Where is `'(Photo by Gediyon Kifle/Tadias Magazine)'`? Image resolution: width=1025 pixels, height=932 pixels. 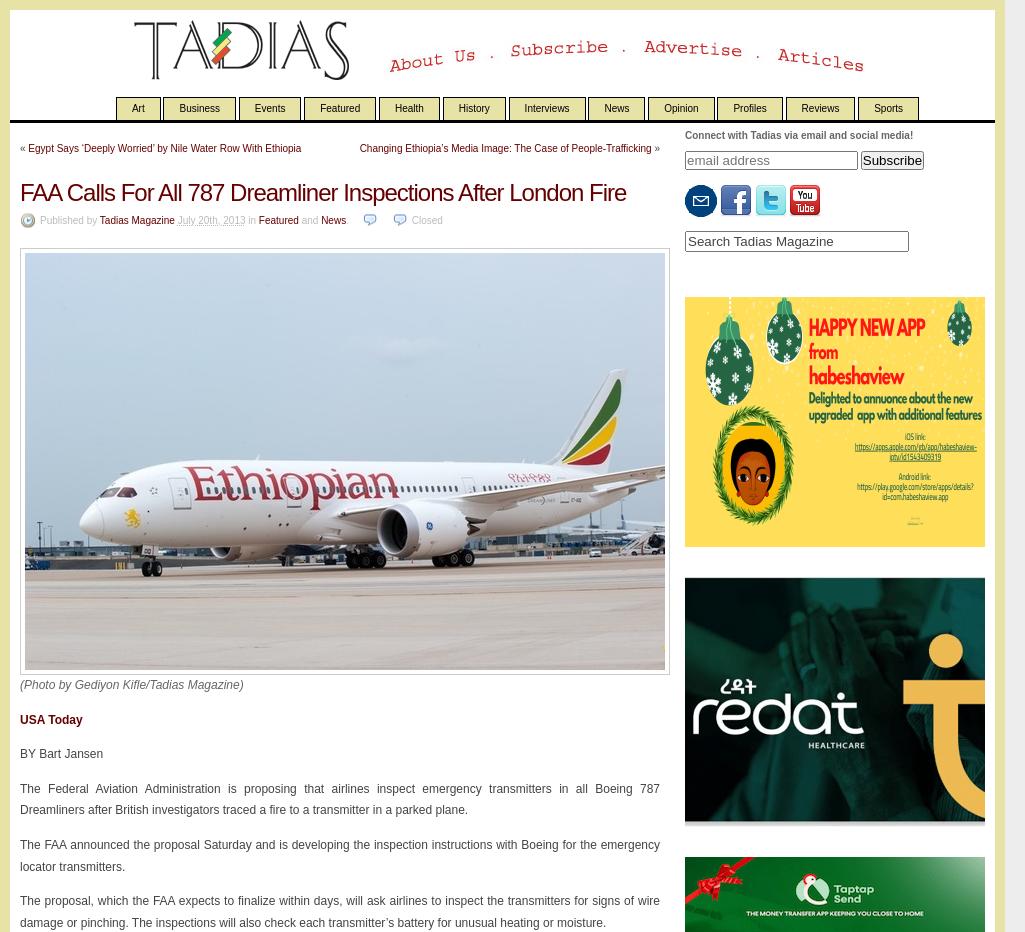 '(Photo by Gediyon Kifle/Tadias Magazine)' is located at coordinates (131, 685).